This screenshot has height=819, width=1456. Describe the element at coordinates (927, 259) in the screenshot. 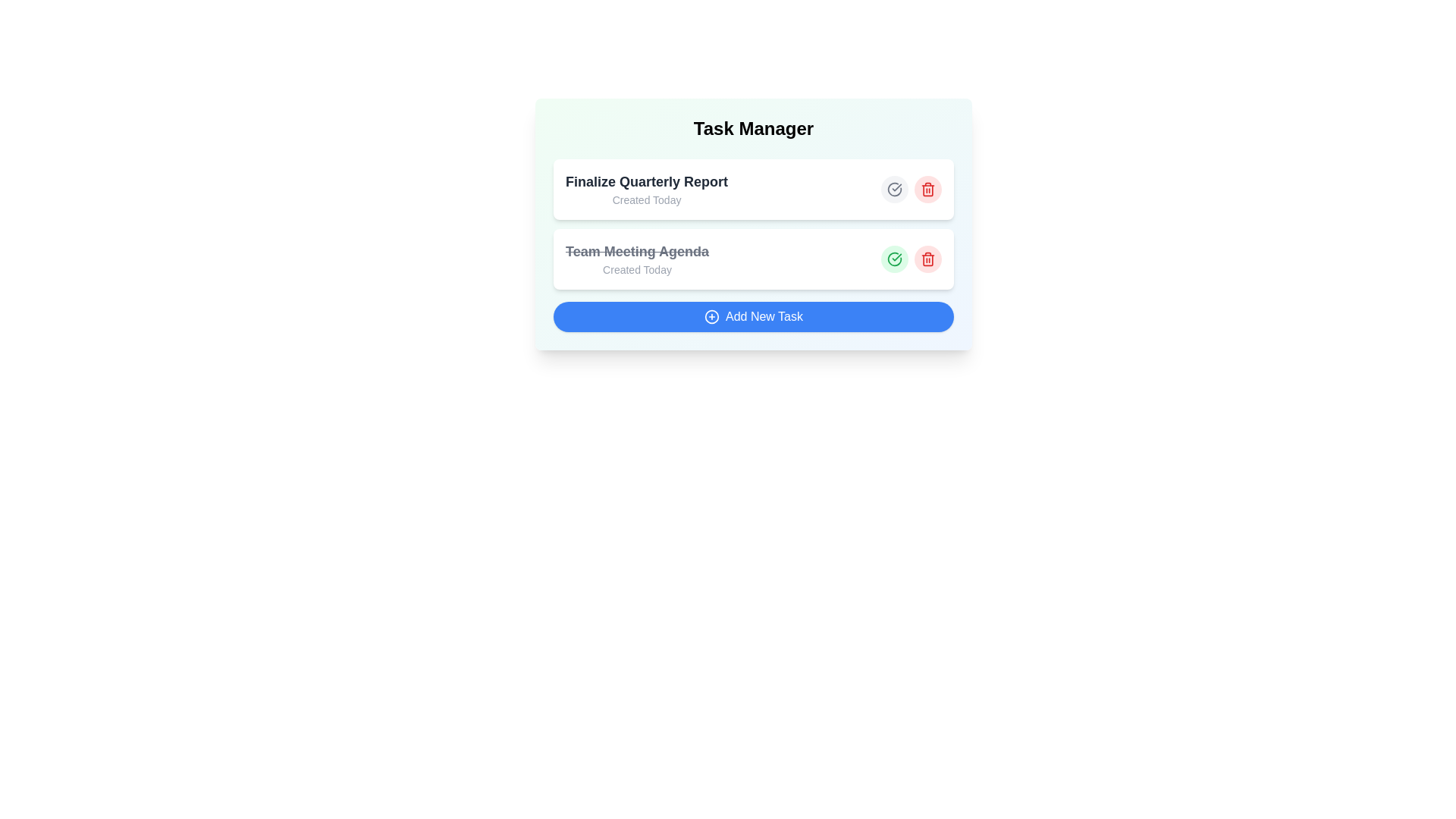

I see `delete button for the task titled 'Team Meeting Agenda'` at that location.